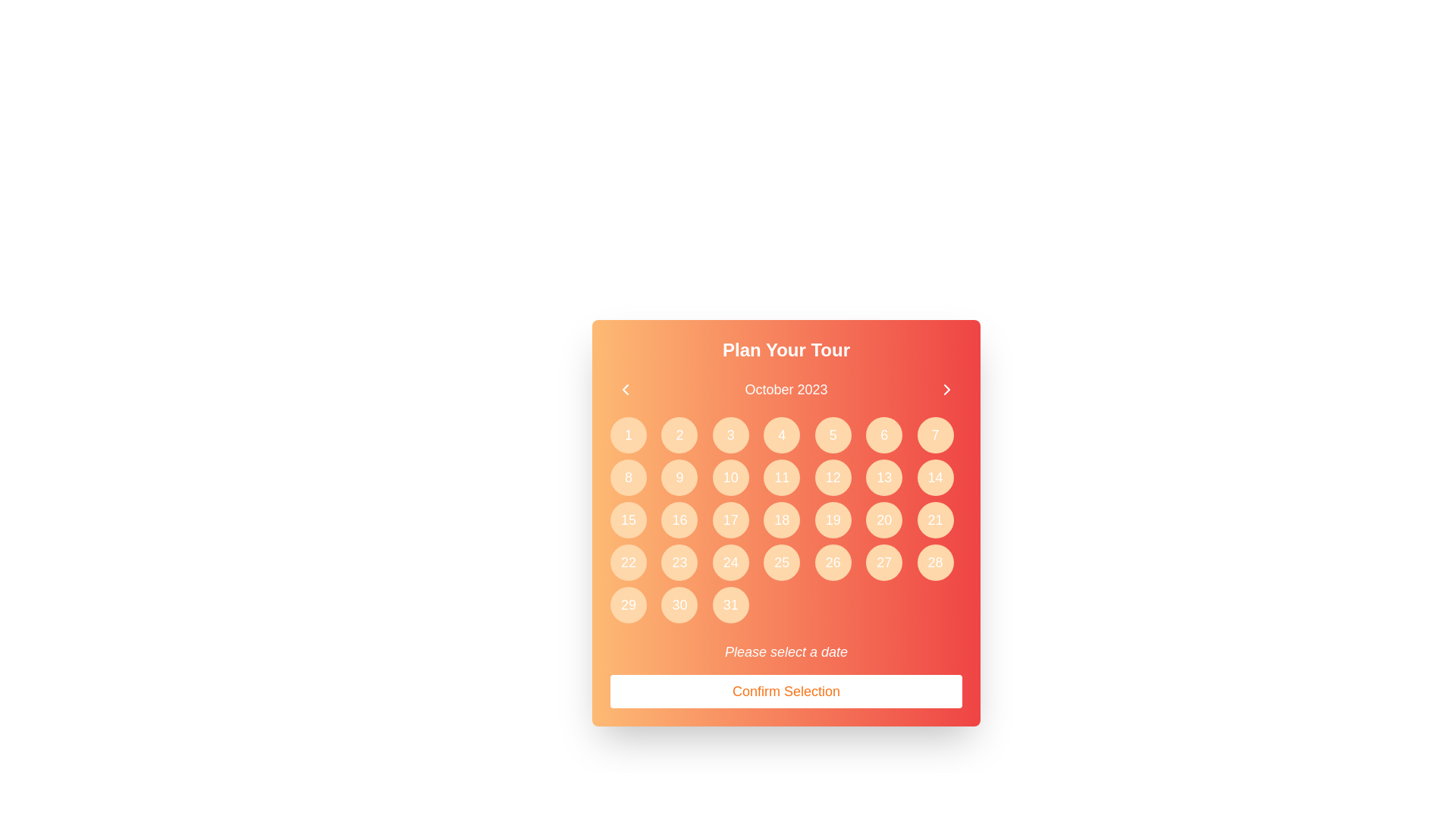 The width and height of the screenshot is (1456, 819). I want to click on the circular button with a vibrant orange background and white text displaying the number '30', so click(679, 604).